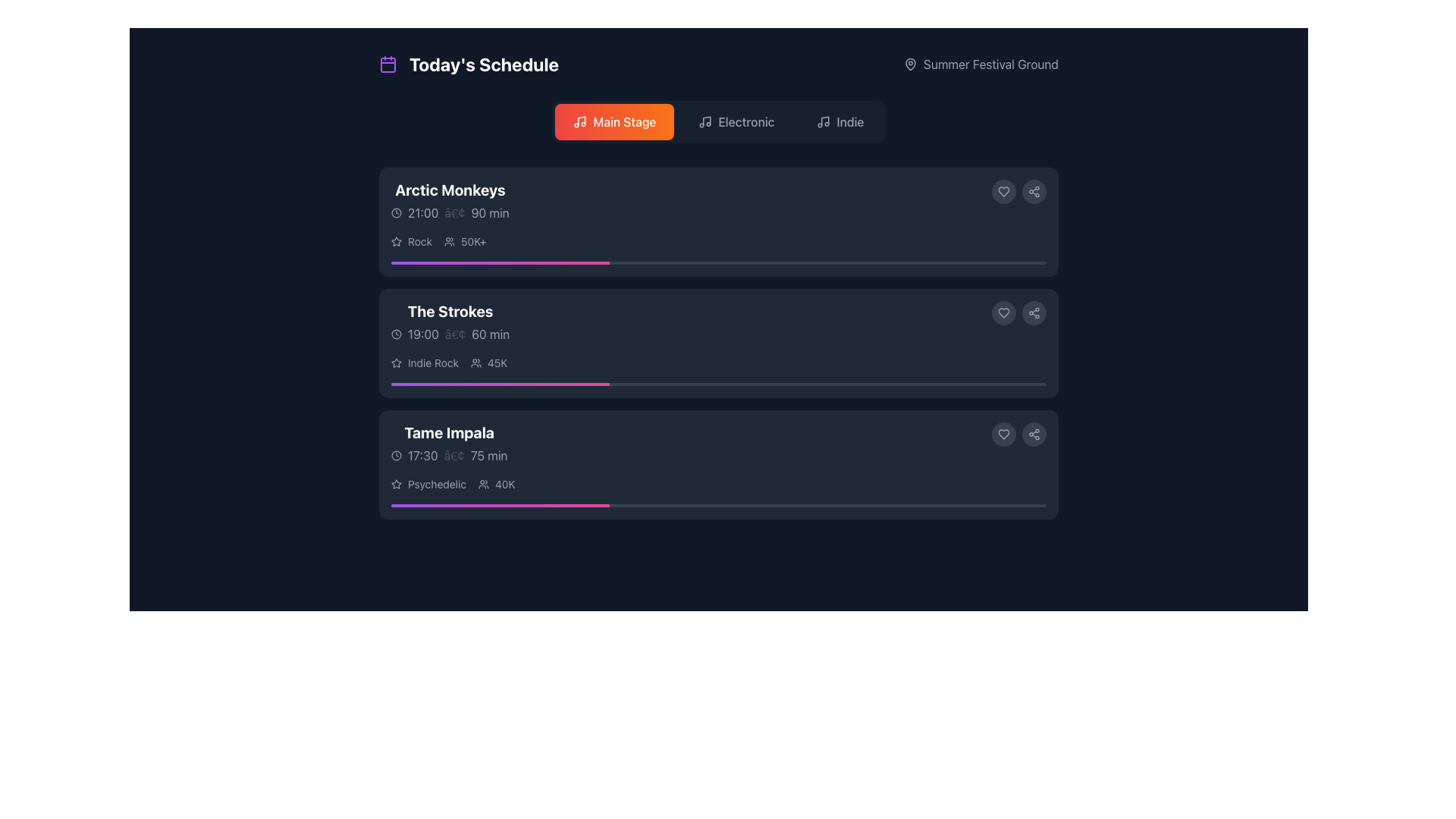 This screenshot has height=819, width=1456. What do you see at coordinates (823, 121) in the screenshot?
I see `the Indie genre icon located in the menu bar, which is the first icon to the left of the 'Indie' text label` at bounding box center [823, 121].